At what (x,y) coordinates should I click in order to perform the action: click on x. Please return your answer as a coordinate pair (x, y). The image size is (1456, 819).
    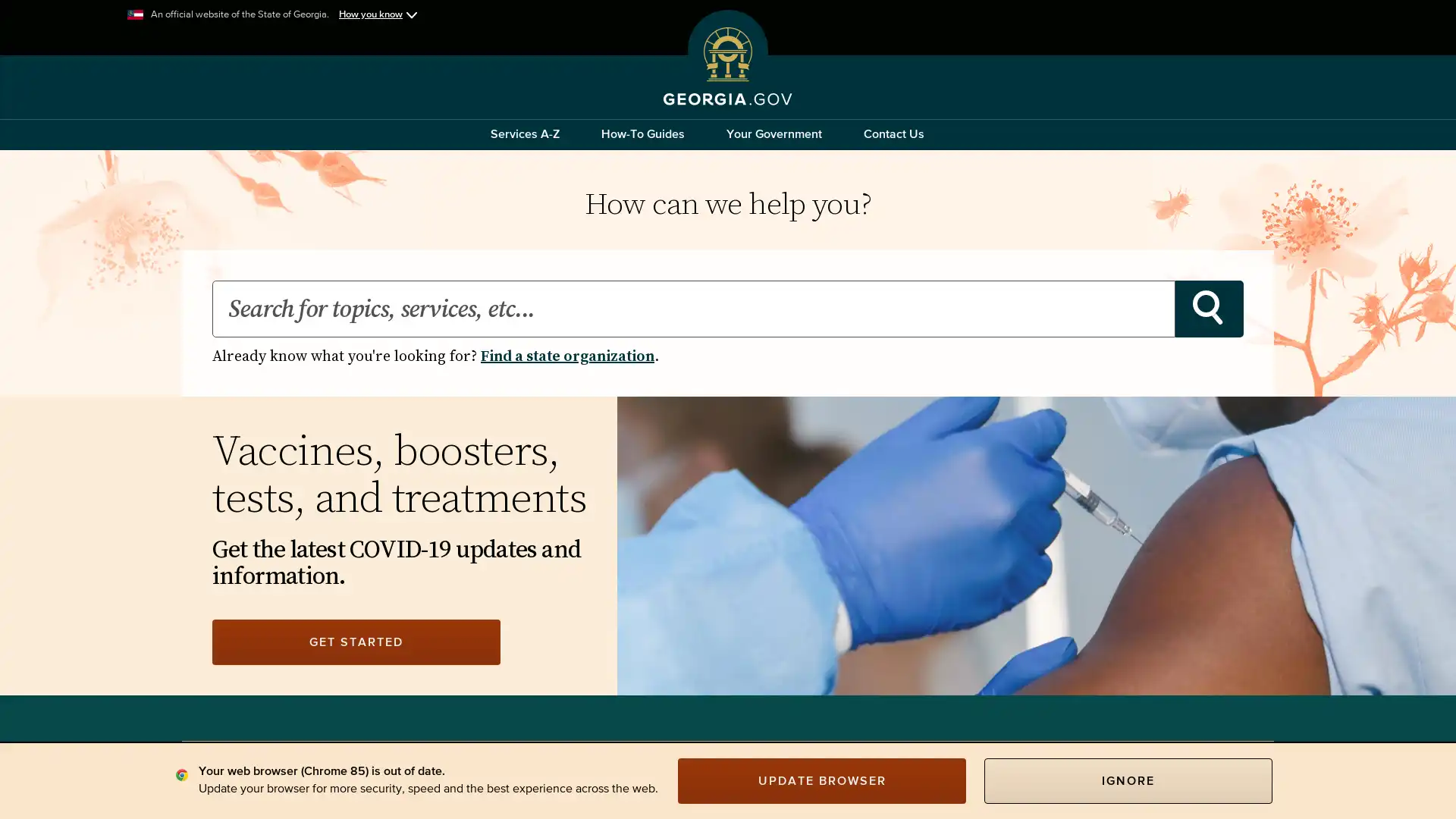
    Looking at the image, I should click on (356, 345).